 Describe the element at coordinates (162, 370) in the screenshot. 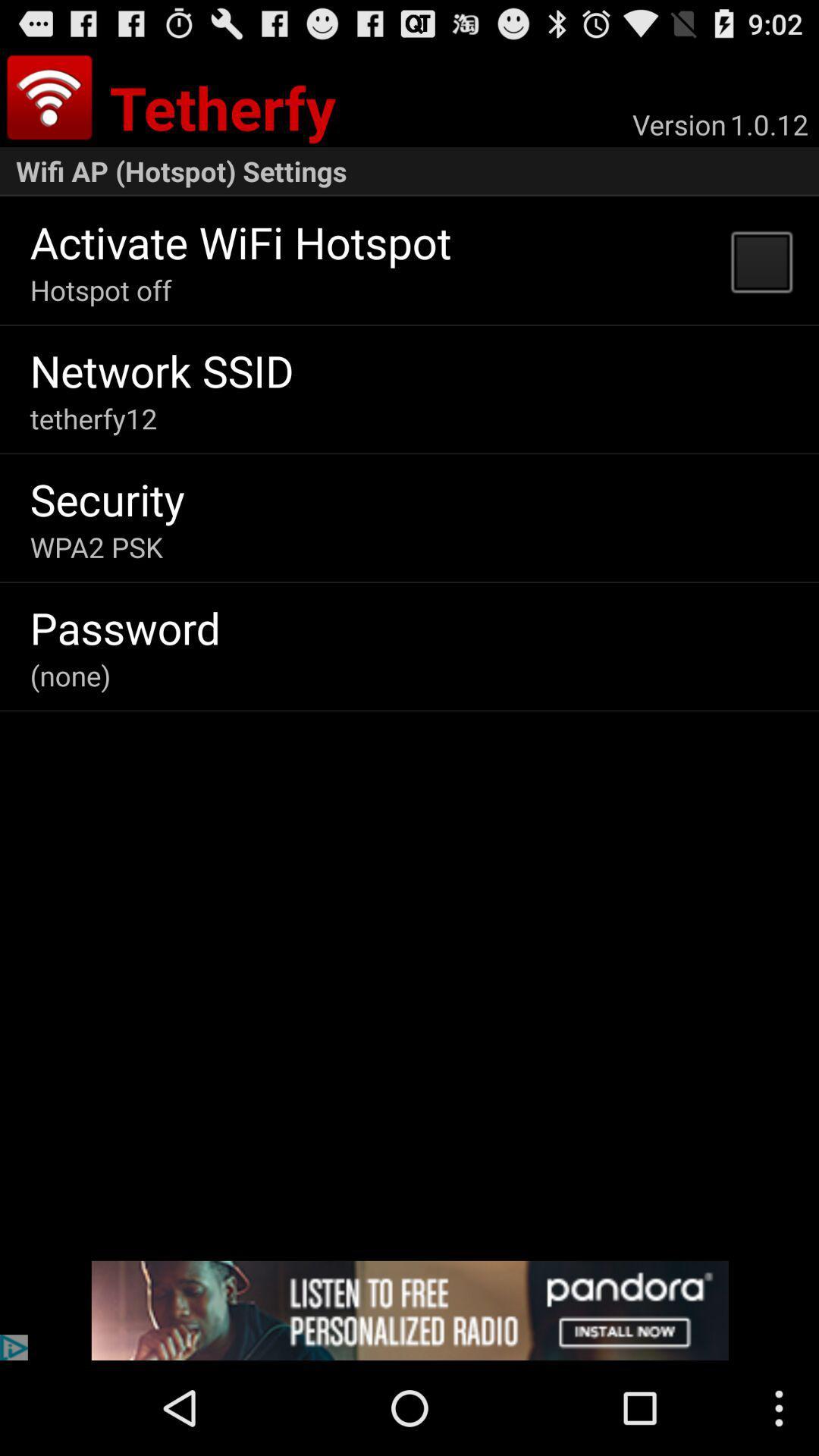

I see `the network ssid item` at that location.